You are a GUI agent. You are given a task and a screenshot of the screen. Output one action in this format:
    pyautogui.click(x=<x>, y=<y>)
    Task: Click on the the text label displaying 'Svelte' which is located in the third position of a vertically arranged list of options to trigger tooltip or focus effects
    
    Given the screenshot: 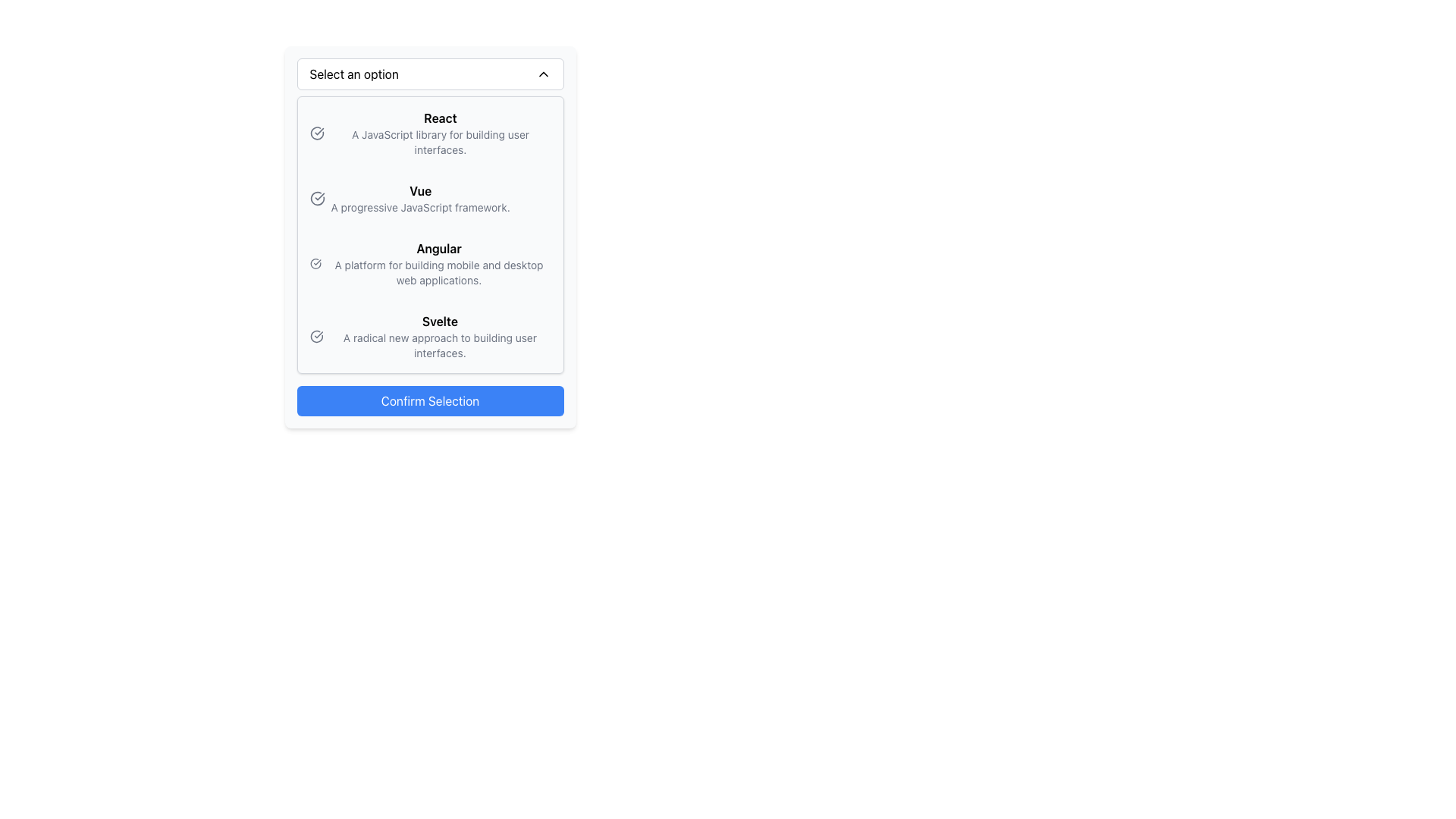 What is the action you would take?
    pyautogui.click(x=439, y=335)
    